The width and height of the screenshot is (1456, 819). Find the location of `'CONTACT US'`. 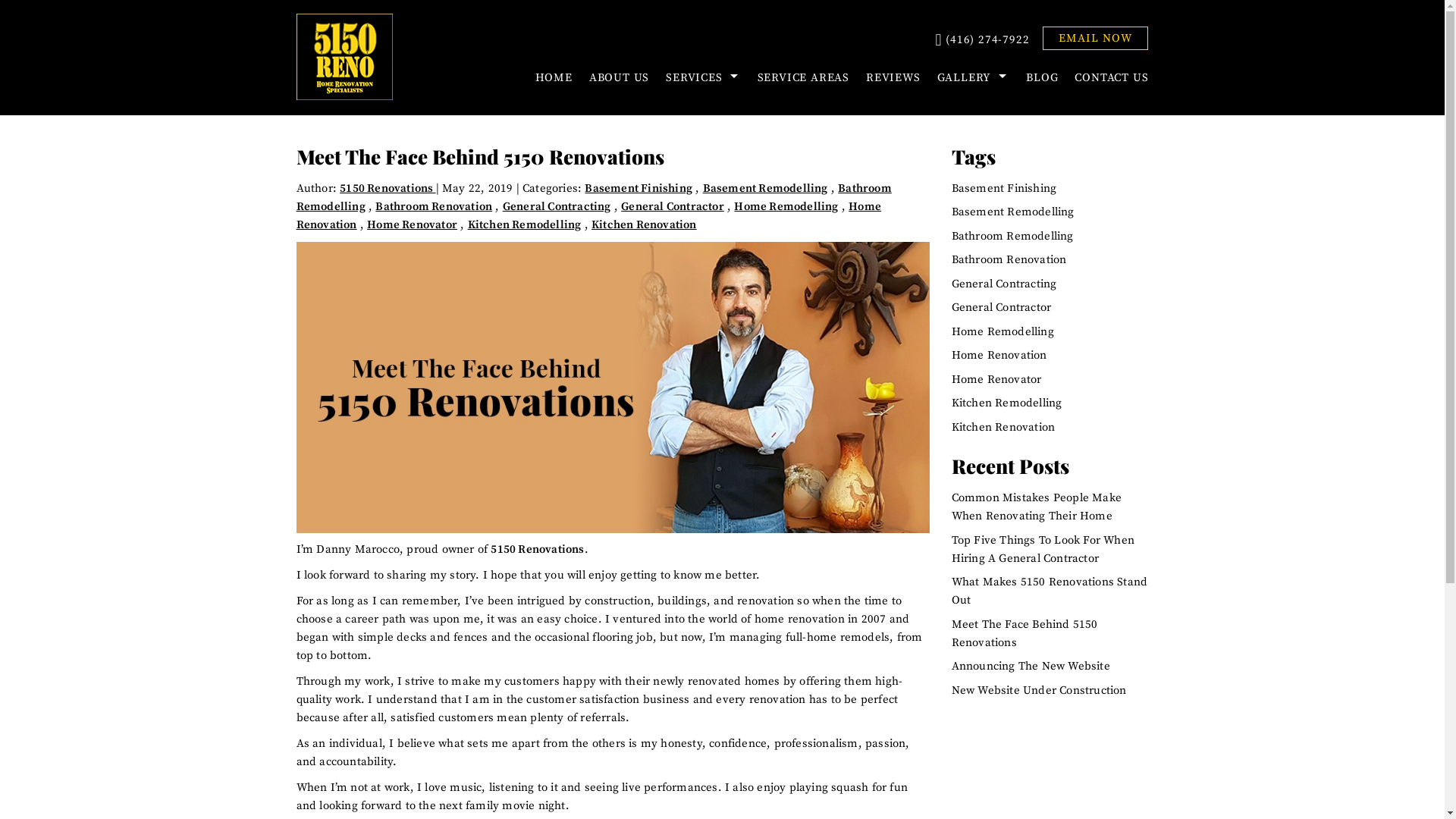

'CONTACT US' is located at coordinates (1106, 77).